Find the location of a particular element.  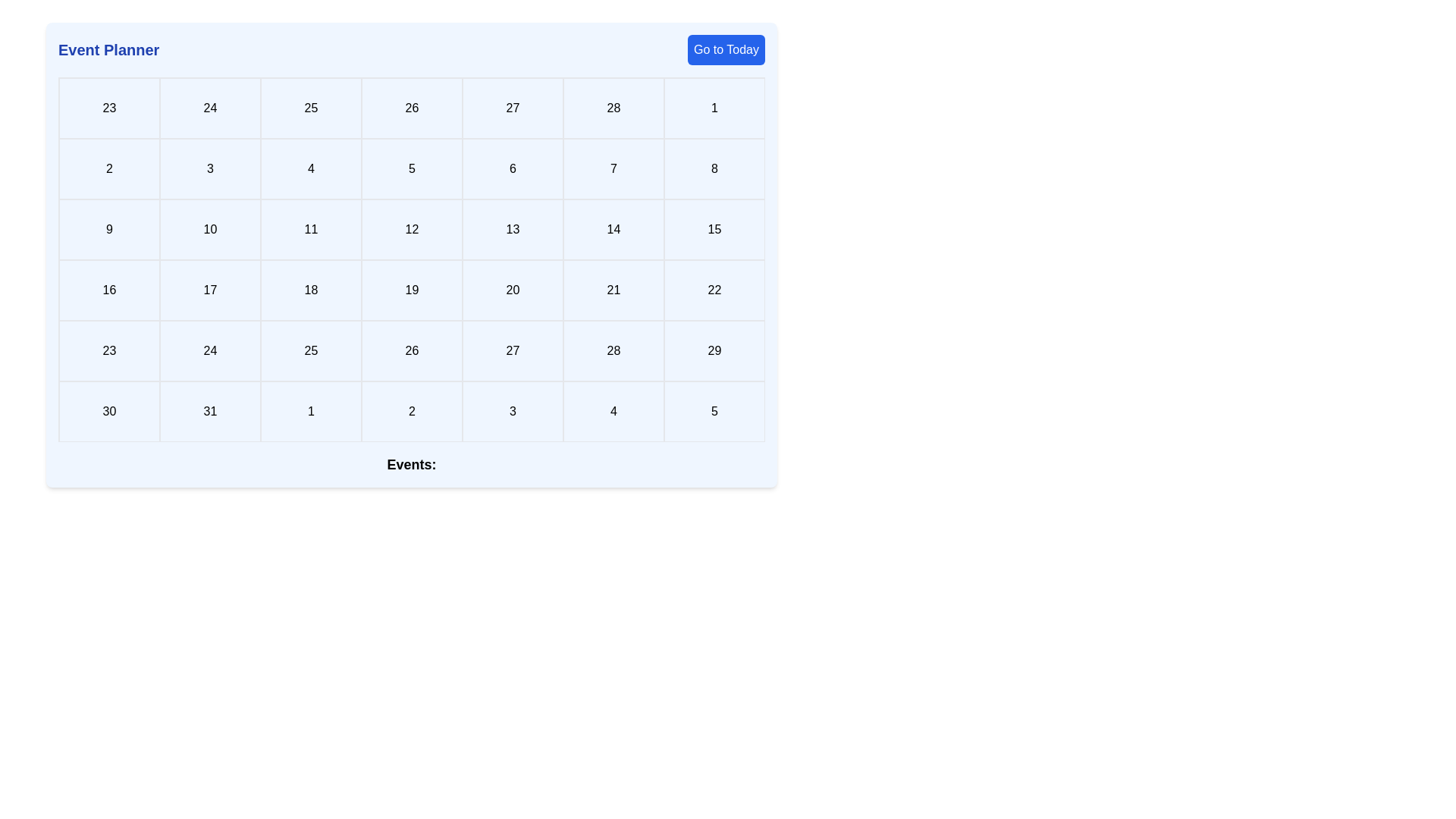

the button representing the selectable date '2' located in the second row, first column of the grid-based calendar interface is located at coordinates (108, 169).